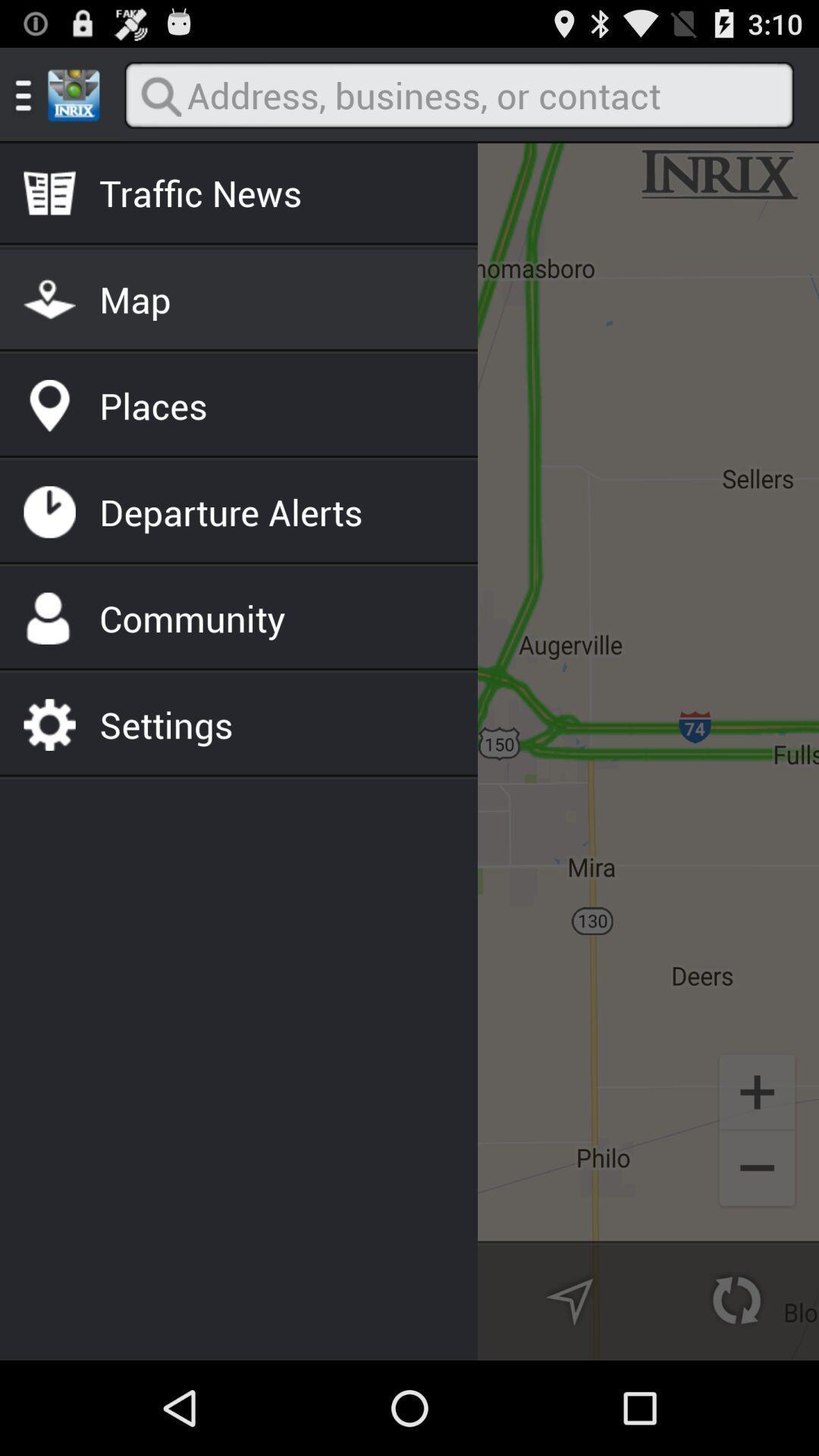  Describe the element at coordinates (153, 406) in the screenshot. I see `places` at that location.